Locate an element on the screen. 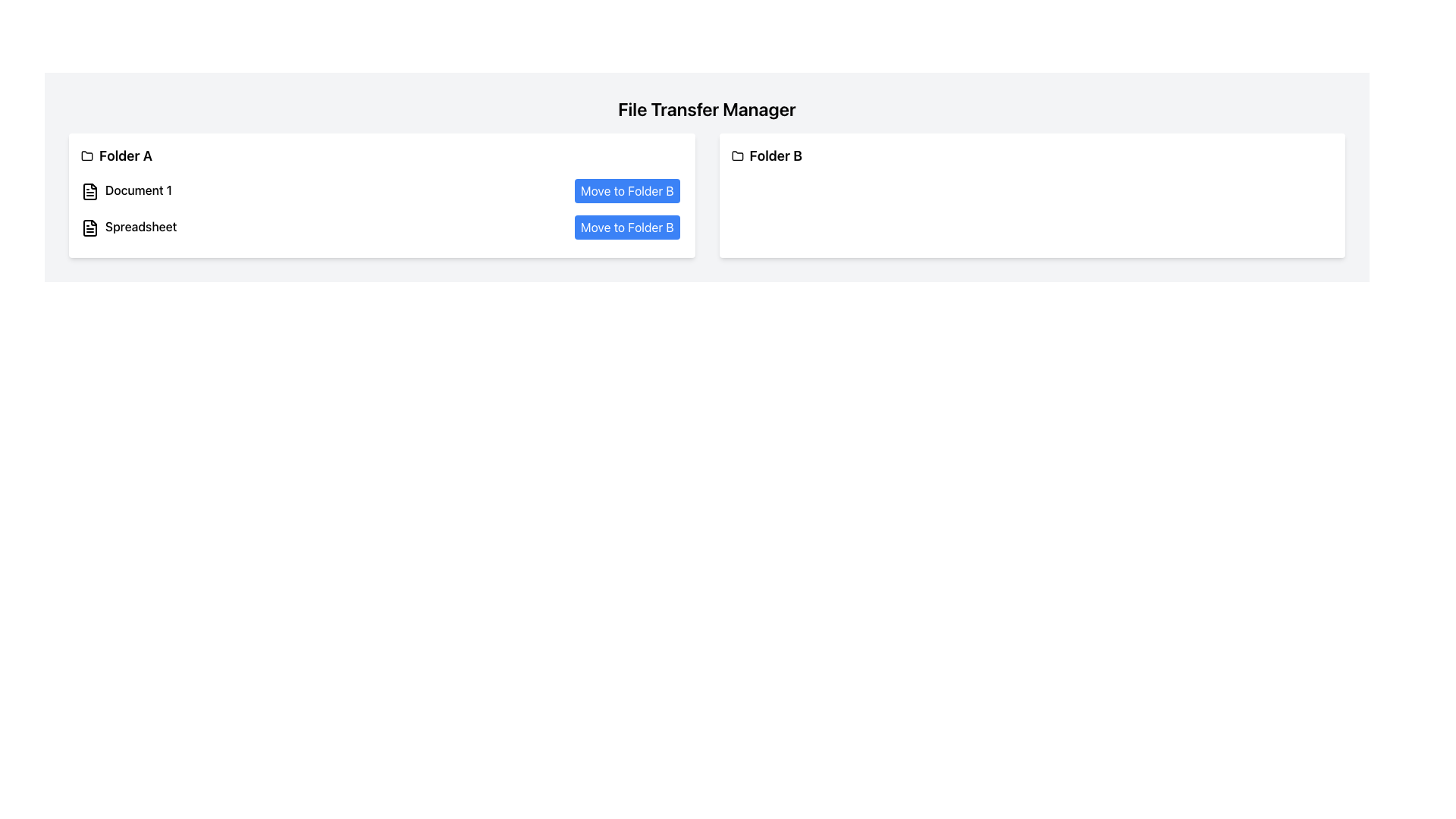 The height and width of the screenshot is (819, 1456). the document icon located below the 'Document 1' entry and above the 'Spreadsheet' entry in the left panel labeled 'Folder A' is located at coordinates (89, 227).